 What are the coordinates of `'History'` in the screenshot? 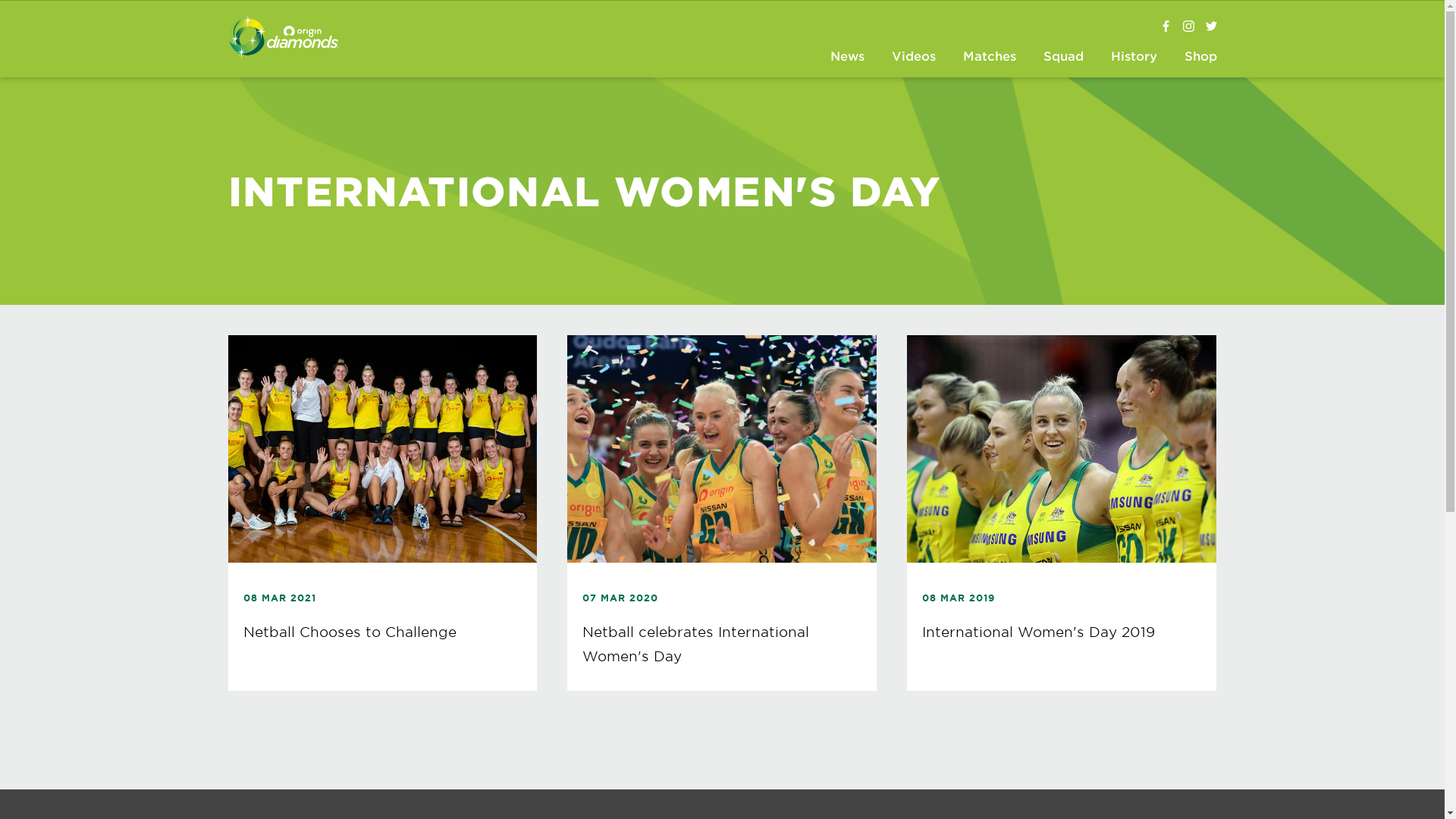 It's located at (1134, 57).